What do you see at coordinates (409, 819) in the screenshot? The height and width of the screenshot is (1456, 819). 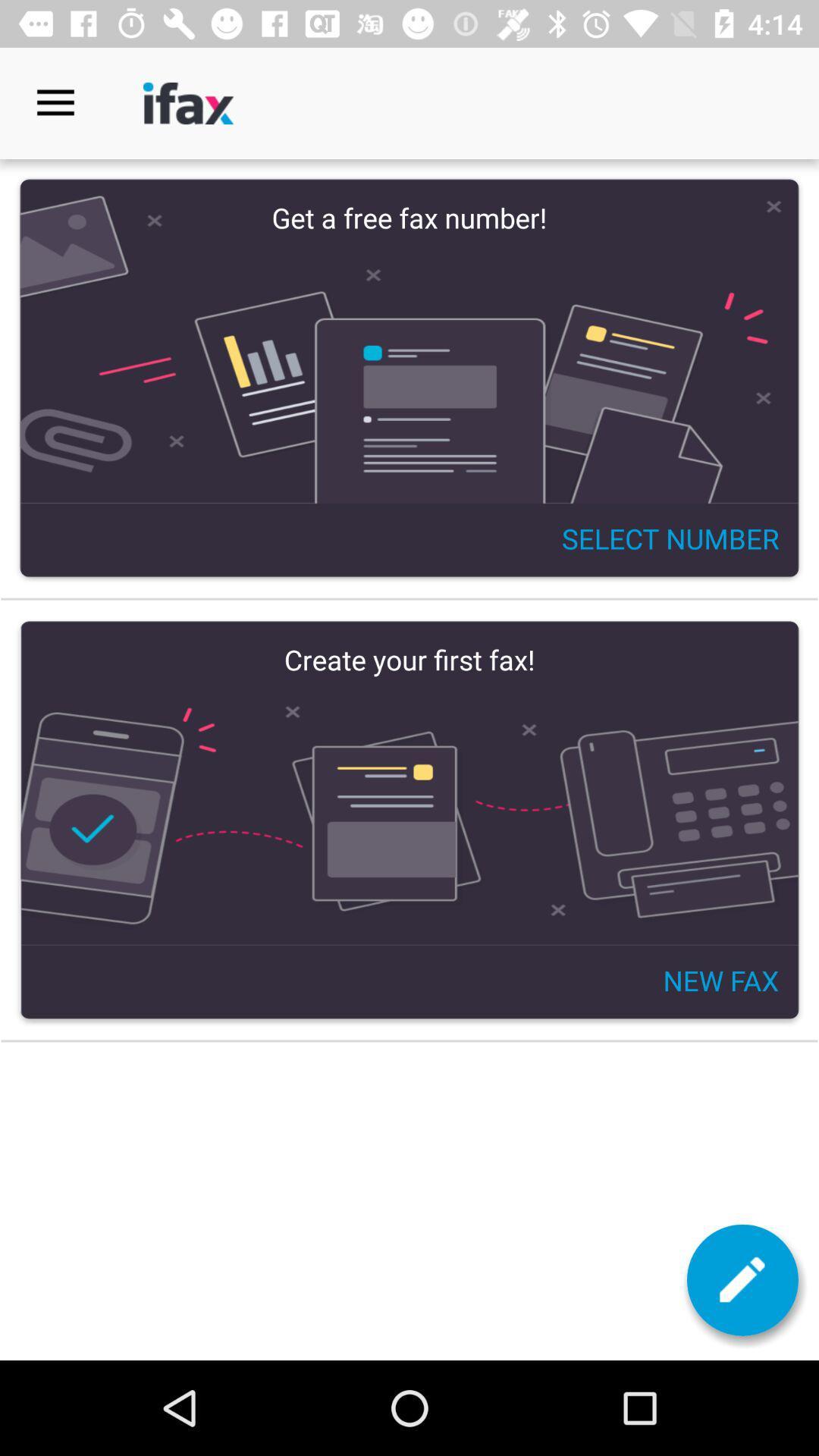 I see `your first fax` at bounding box center [409, 819].